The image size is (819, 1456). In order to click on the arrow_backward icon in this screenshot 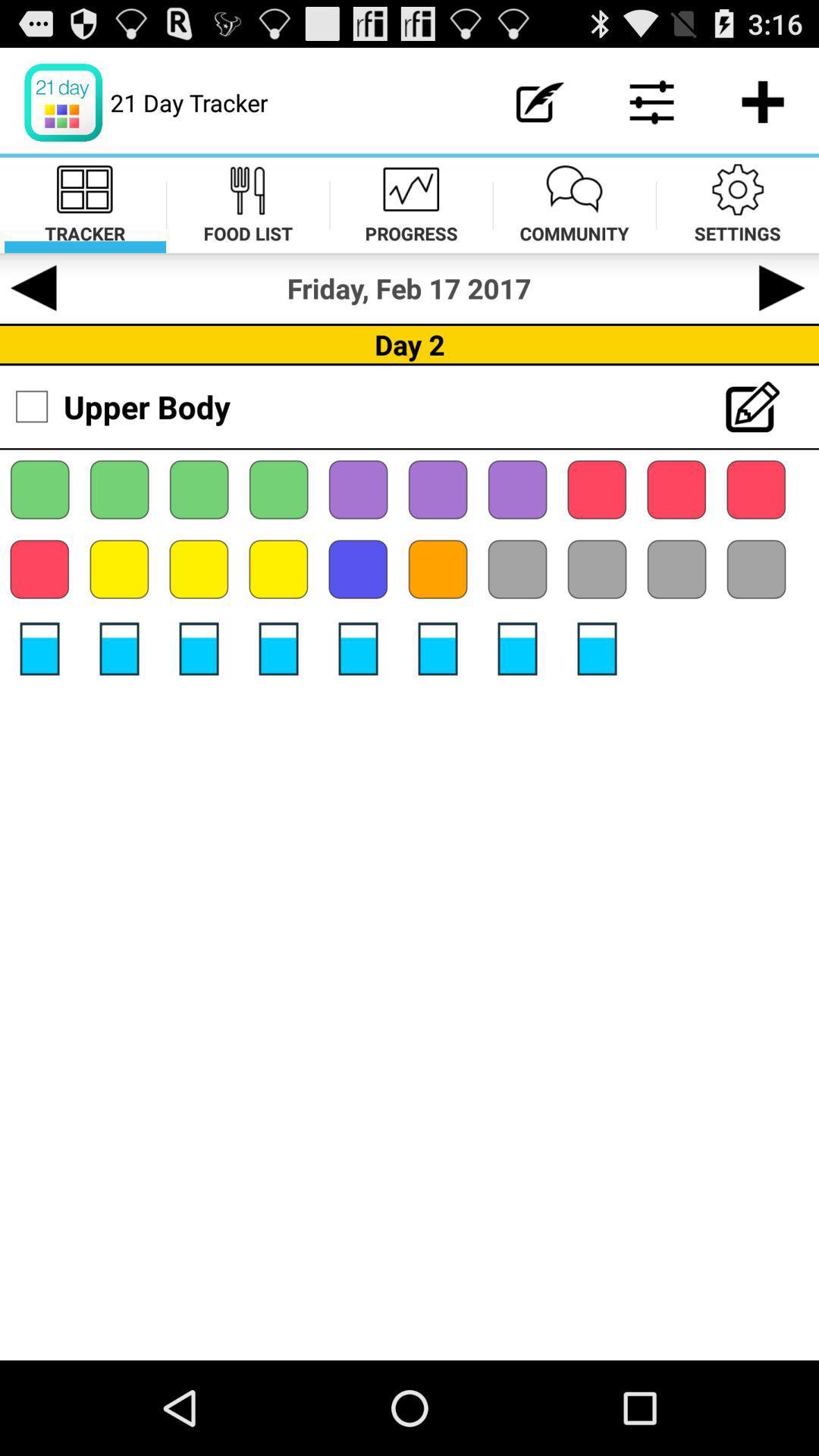, I will do `click(34, 308)`.